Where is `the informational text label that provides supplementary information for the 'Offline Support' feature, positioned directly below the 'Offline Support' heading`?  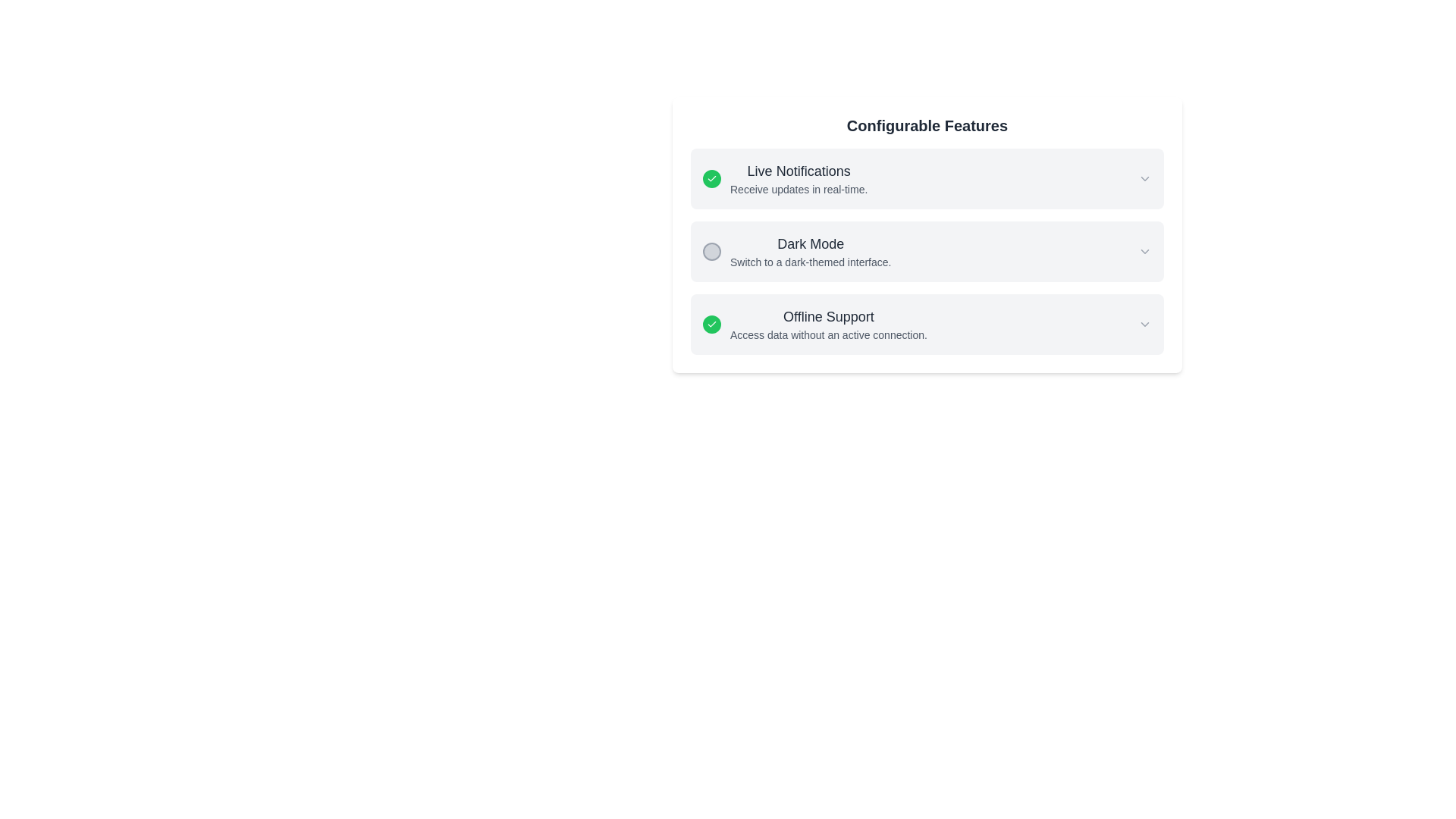 the informational text label that provides supplementary information for the 'Offline Support' feature, positioned directly below the 'Offline Support' heading is located at coordinates (828, 334).